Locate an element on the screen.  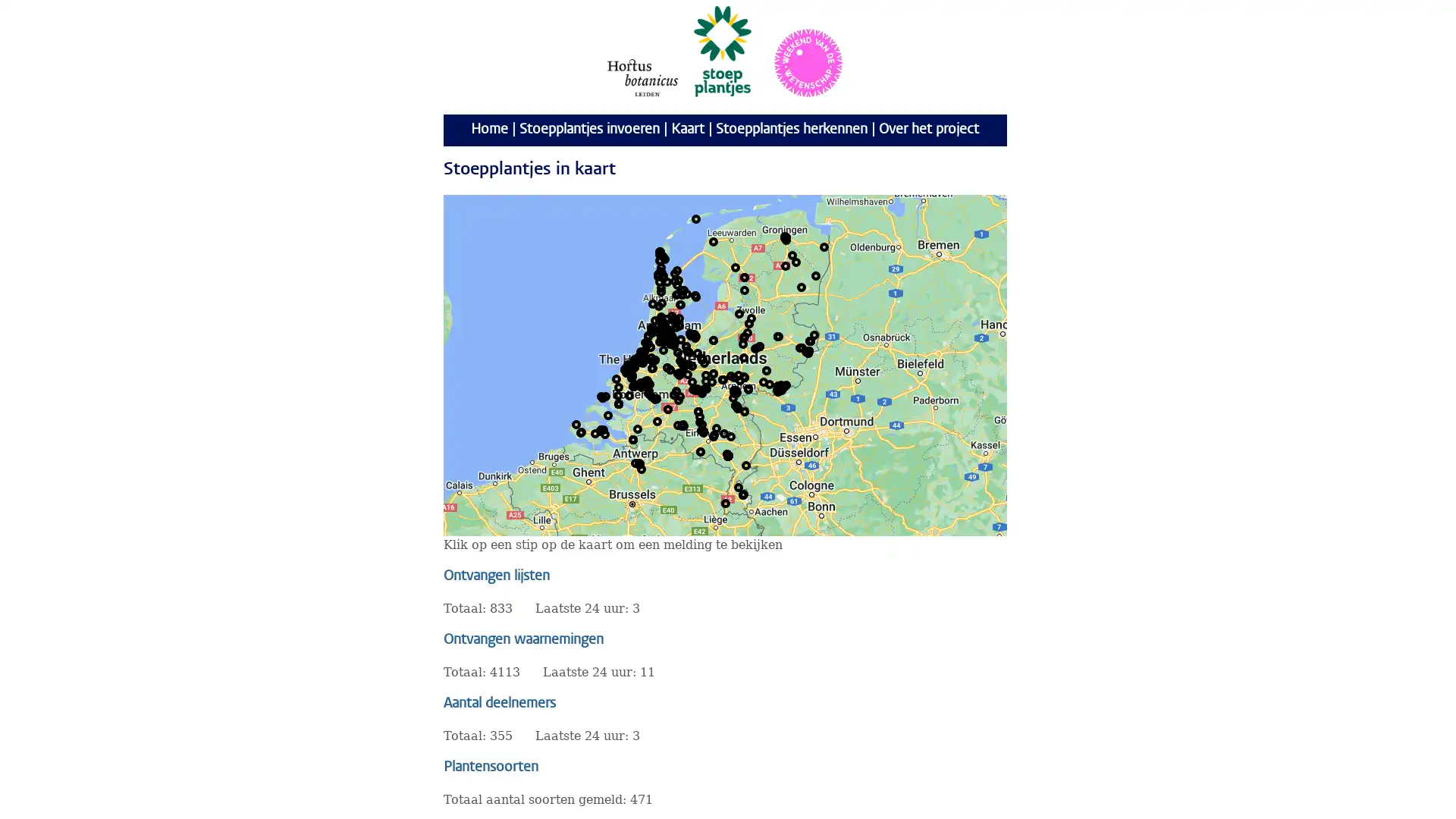
Telling van op 29 oktober 2021 is located at coordinates (659, 328).